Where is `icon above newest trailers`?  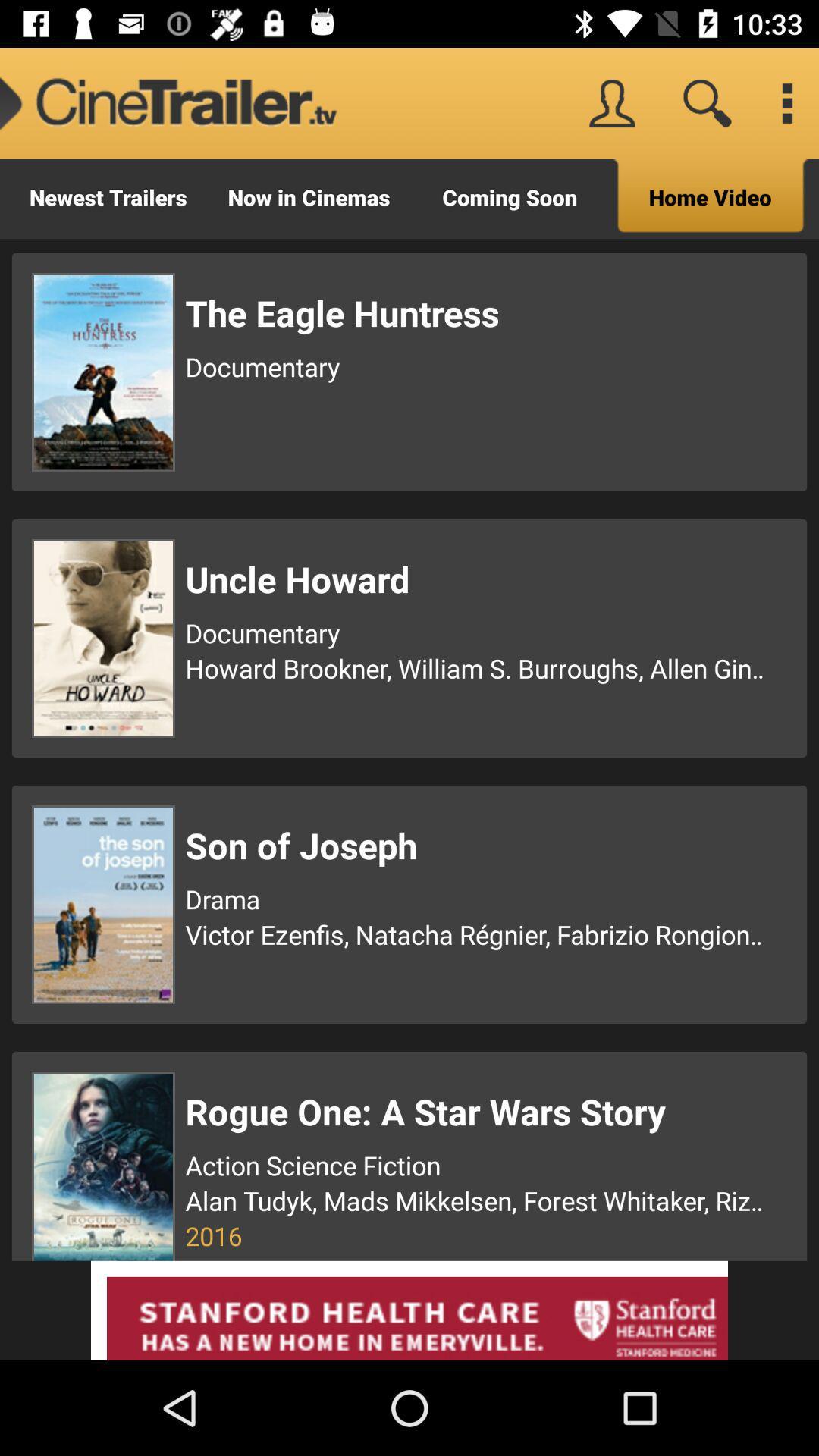 icon above newest trailers is located at coordinates (169, 102).